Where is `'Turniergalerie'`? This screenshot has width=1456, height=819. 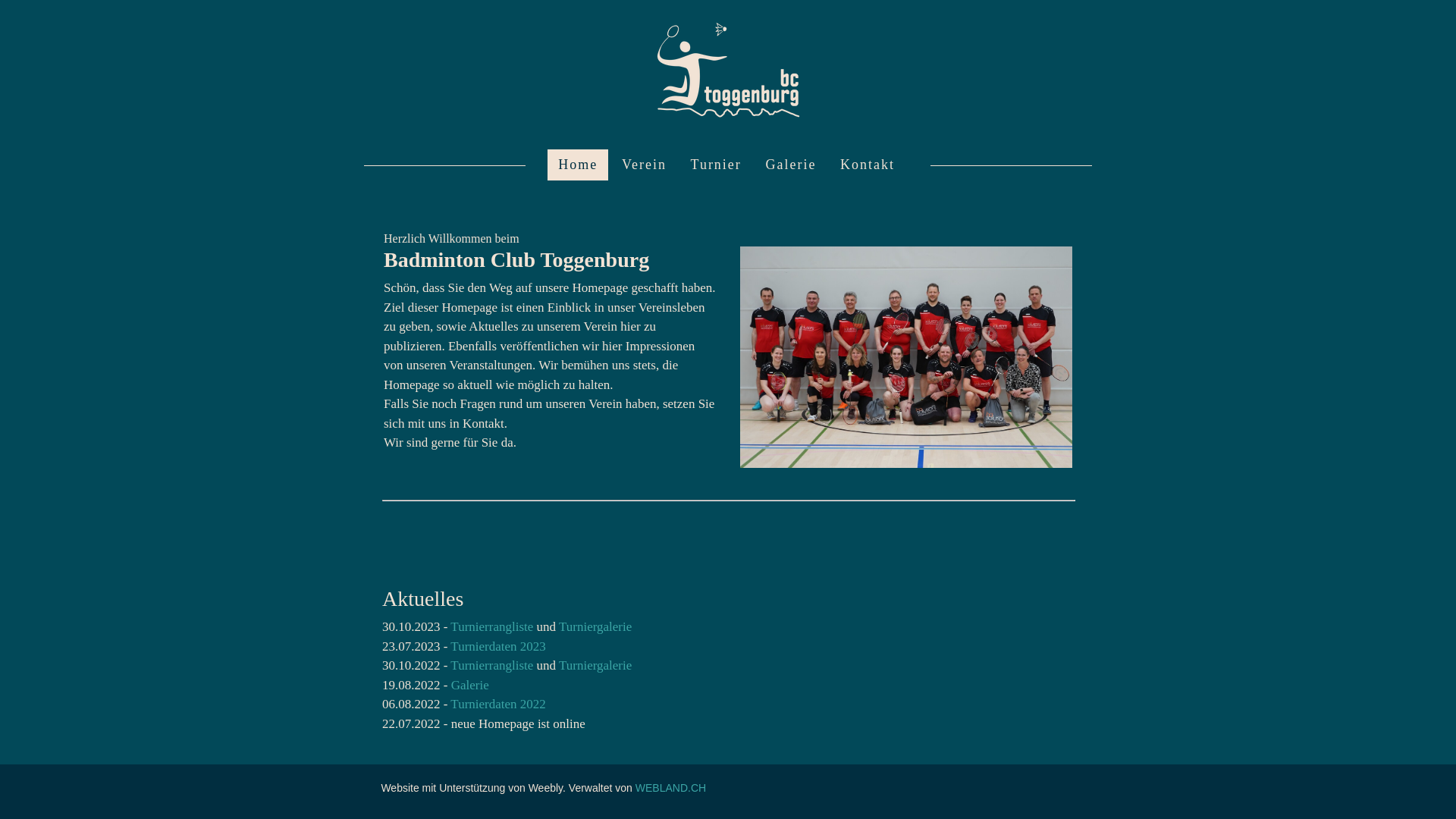
'Turniergalerie' is located at coordinates (558, 664).